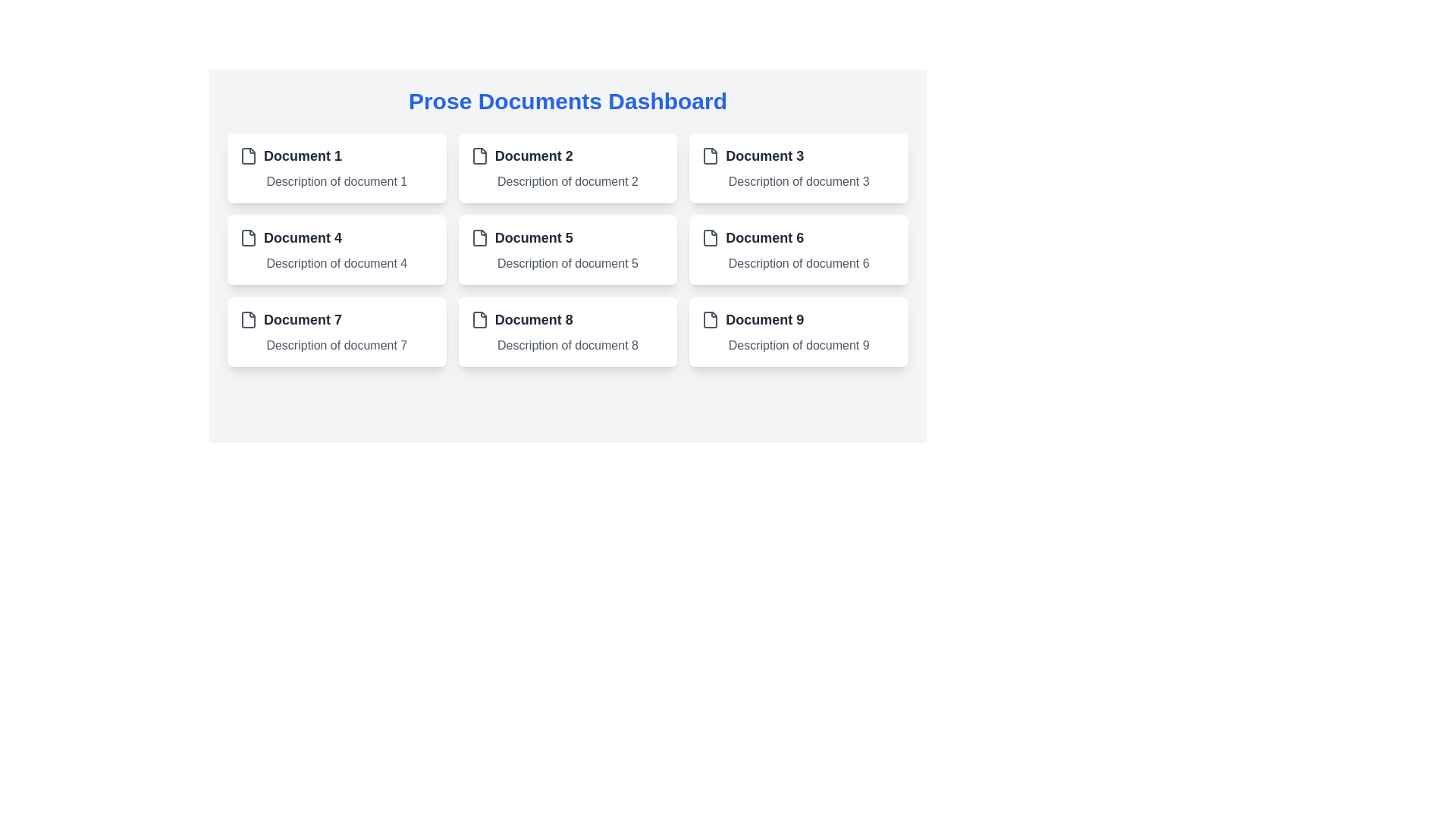 The height and width of the screenshot is (819, 1456). I want to click on text label 'Document 3' which is styled with a large, bold font and is located in the top row, third column of the dashboard layout, so click(764, 155).